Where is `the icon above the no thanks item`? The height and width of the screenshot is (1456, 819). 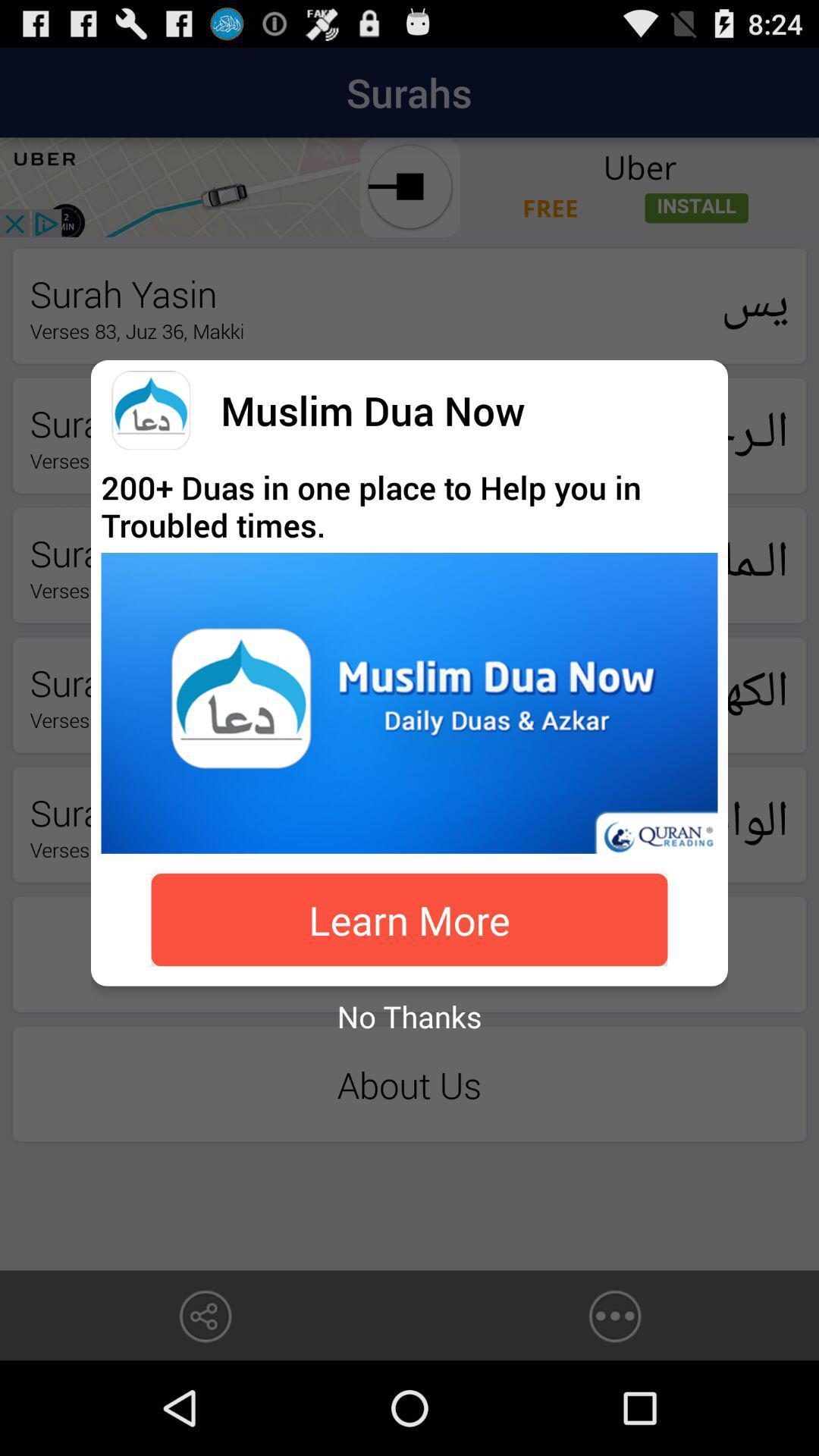 the icon above the no thanks item is located at coordinates (409, 919).